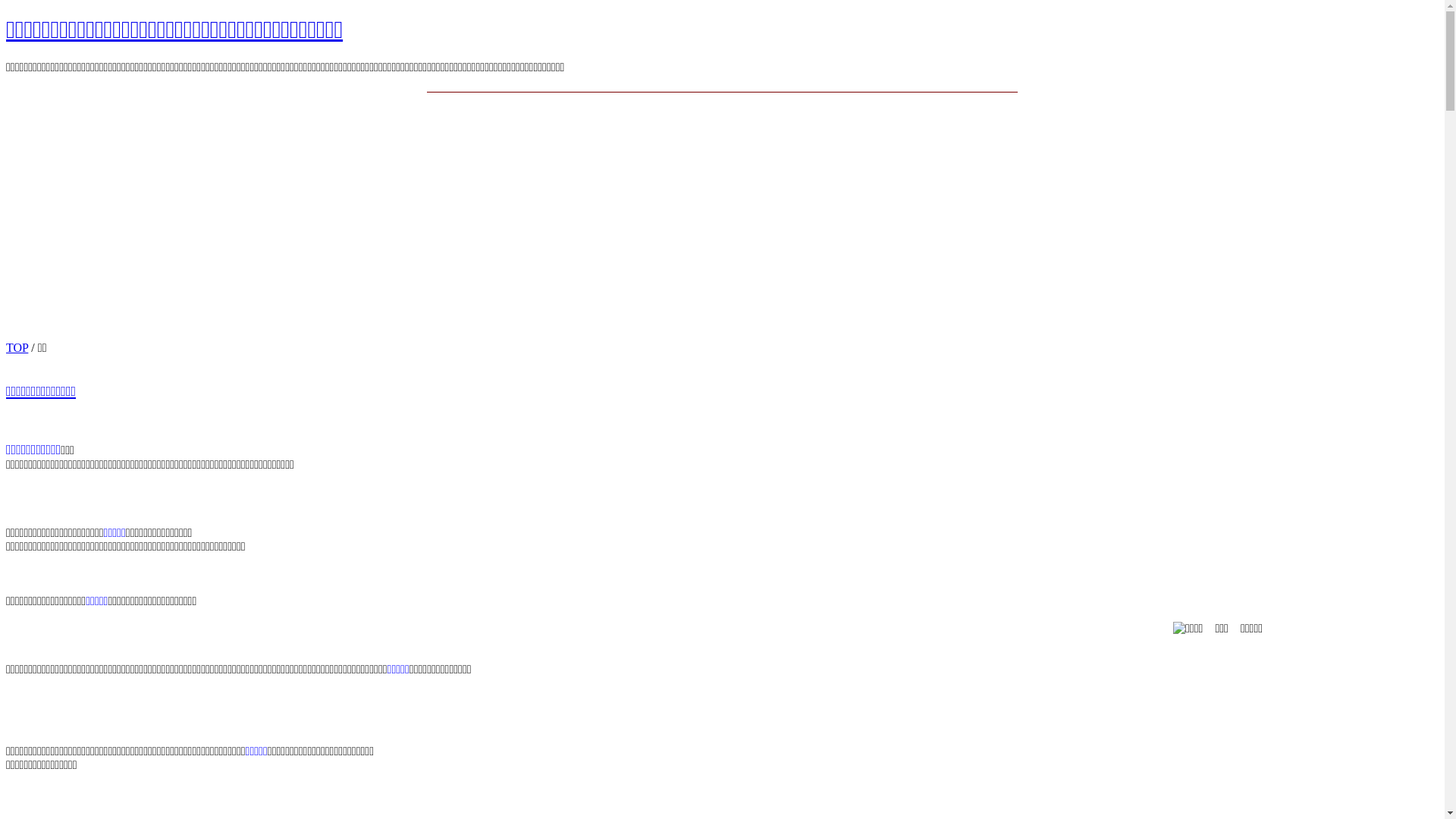  I want to click on 'TOP', so click(6, 347).